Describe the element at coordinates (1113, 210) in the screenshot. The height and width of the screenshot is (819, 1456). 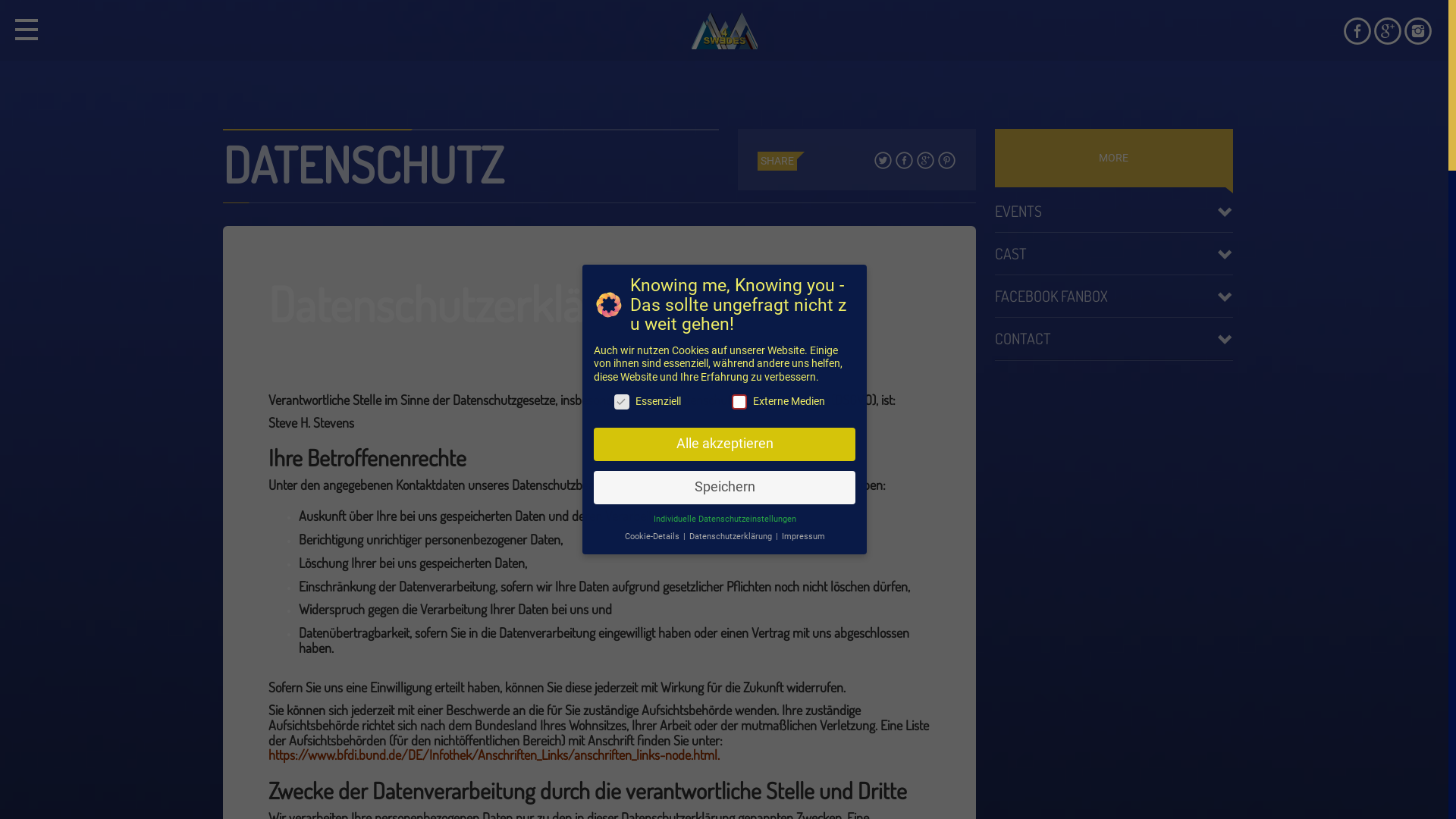
I see `'EVENTS'` at that location.